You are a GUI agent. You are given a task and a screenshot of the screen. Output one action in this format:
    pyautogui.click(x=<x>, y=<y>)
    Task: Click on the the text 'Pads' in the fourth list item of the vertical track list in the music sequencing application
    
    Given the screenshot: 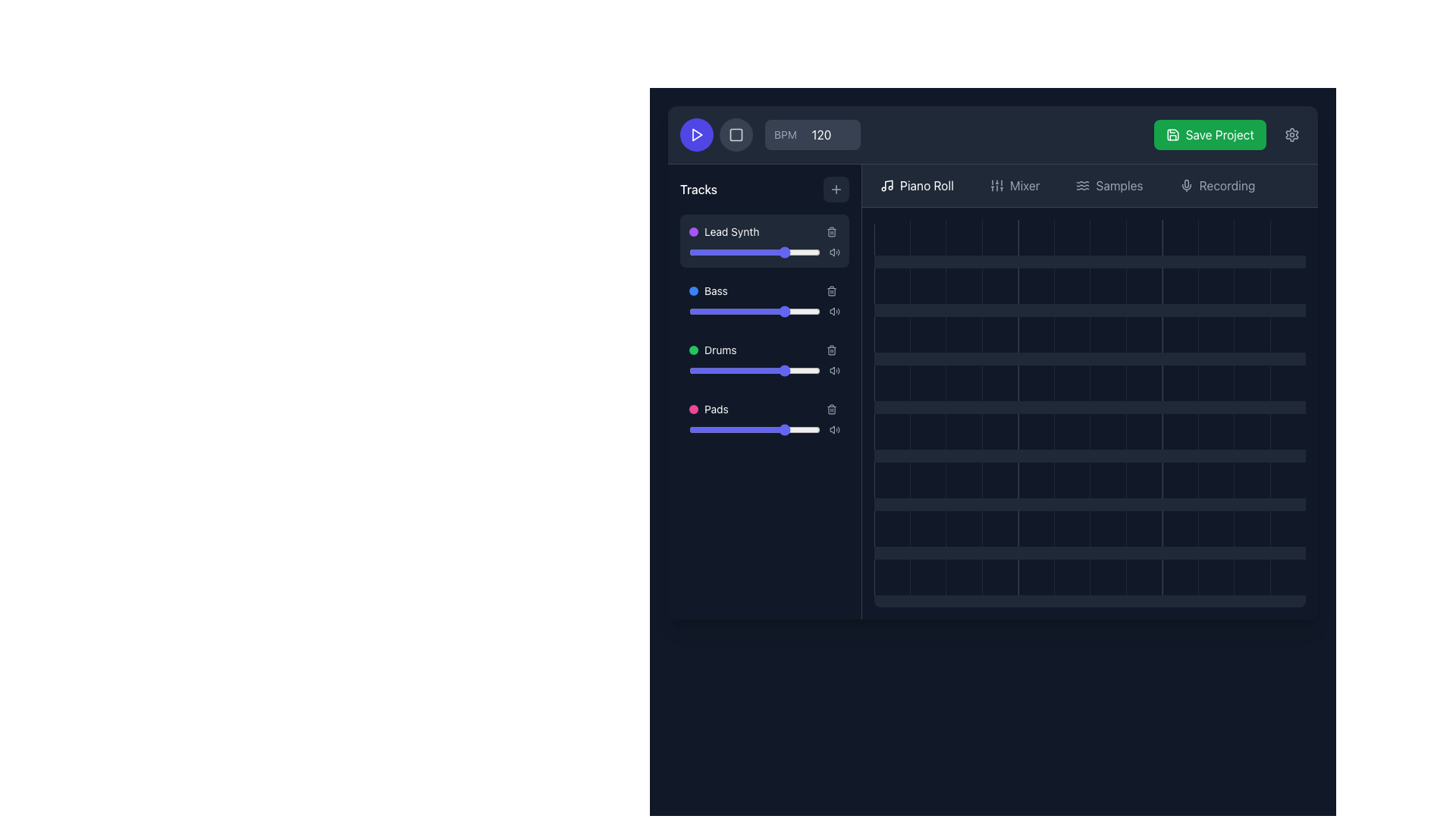 What is the action you would take?
    pyautogui.click(x=708, y=409)
    